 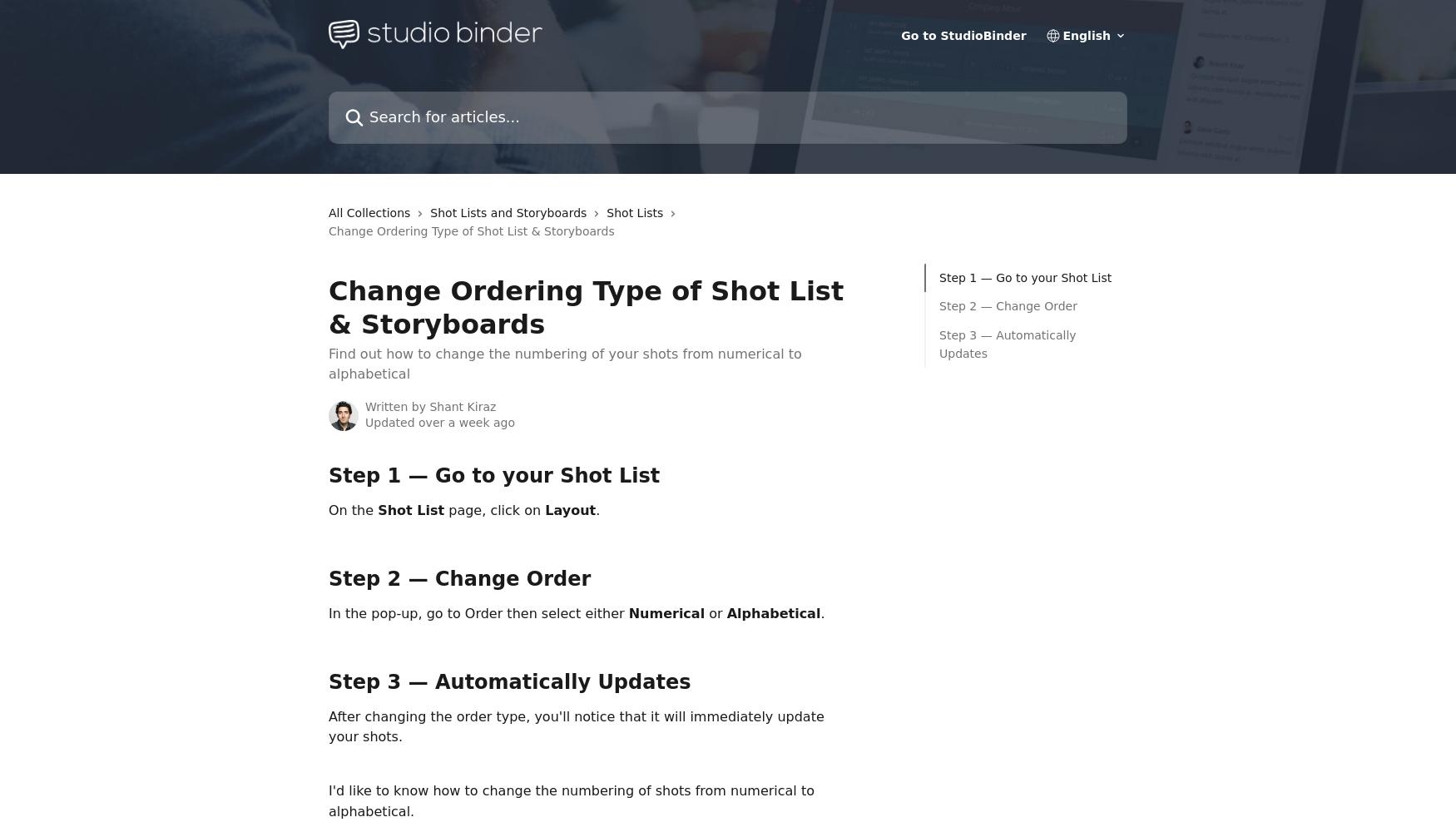 What do you see at coordinates (369, 212) in the screenshot?
I see `'All Collections'` at bounding box center [369, 212].